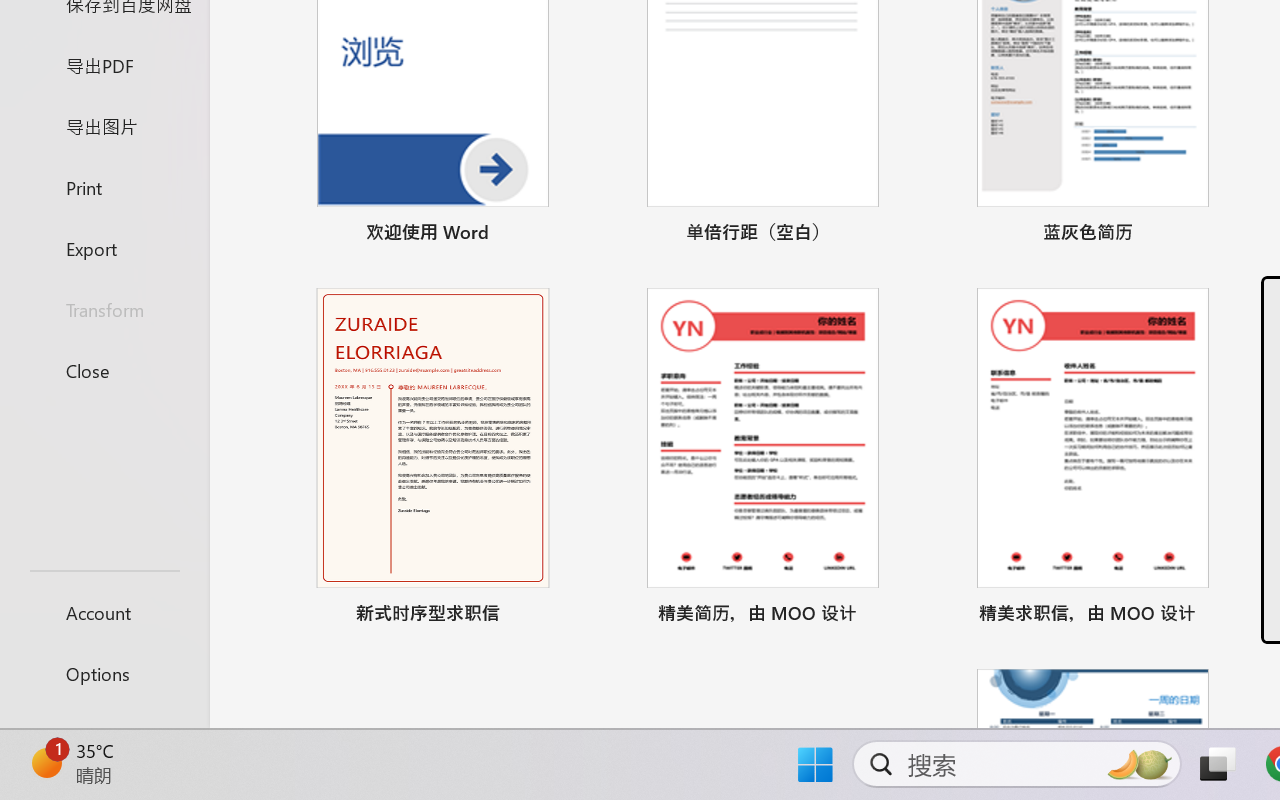  I want to click on 'Transform', so click(103, 308).